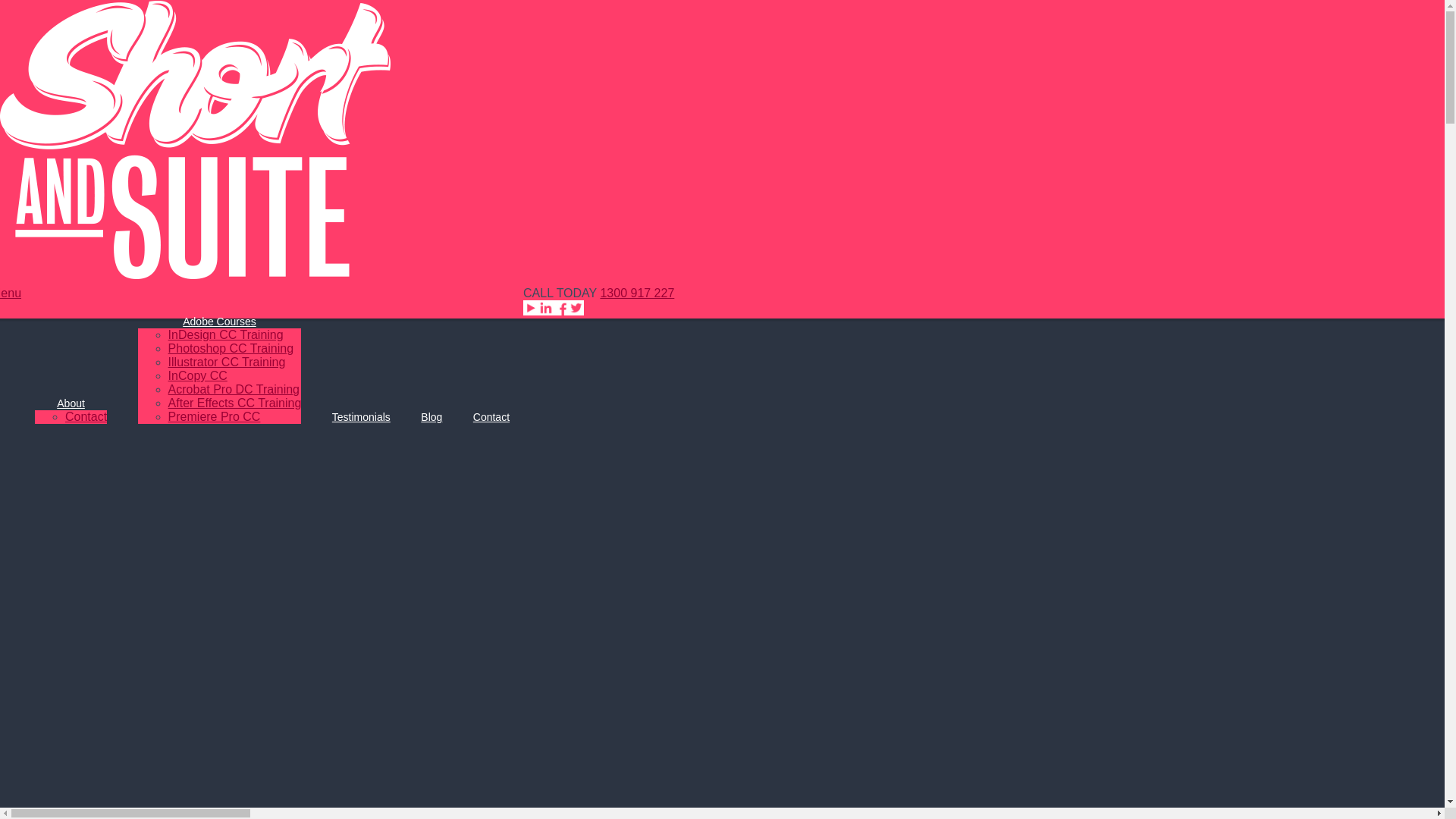 The height and width of the screenshot is (819, 1456). I want to click on 'MORE INFO', so click(868, 71).